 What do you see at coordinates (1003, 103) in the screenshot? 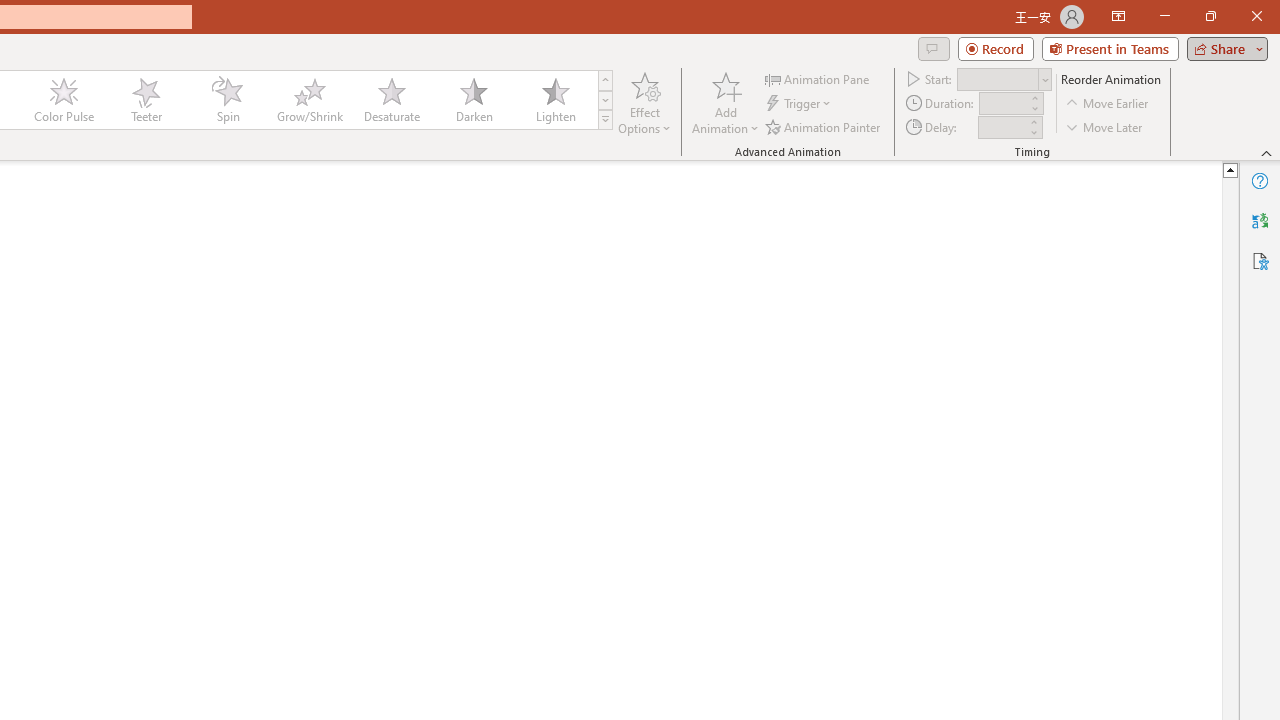
I see `'Animation Duration'` at bounding box center [1003, 103].